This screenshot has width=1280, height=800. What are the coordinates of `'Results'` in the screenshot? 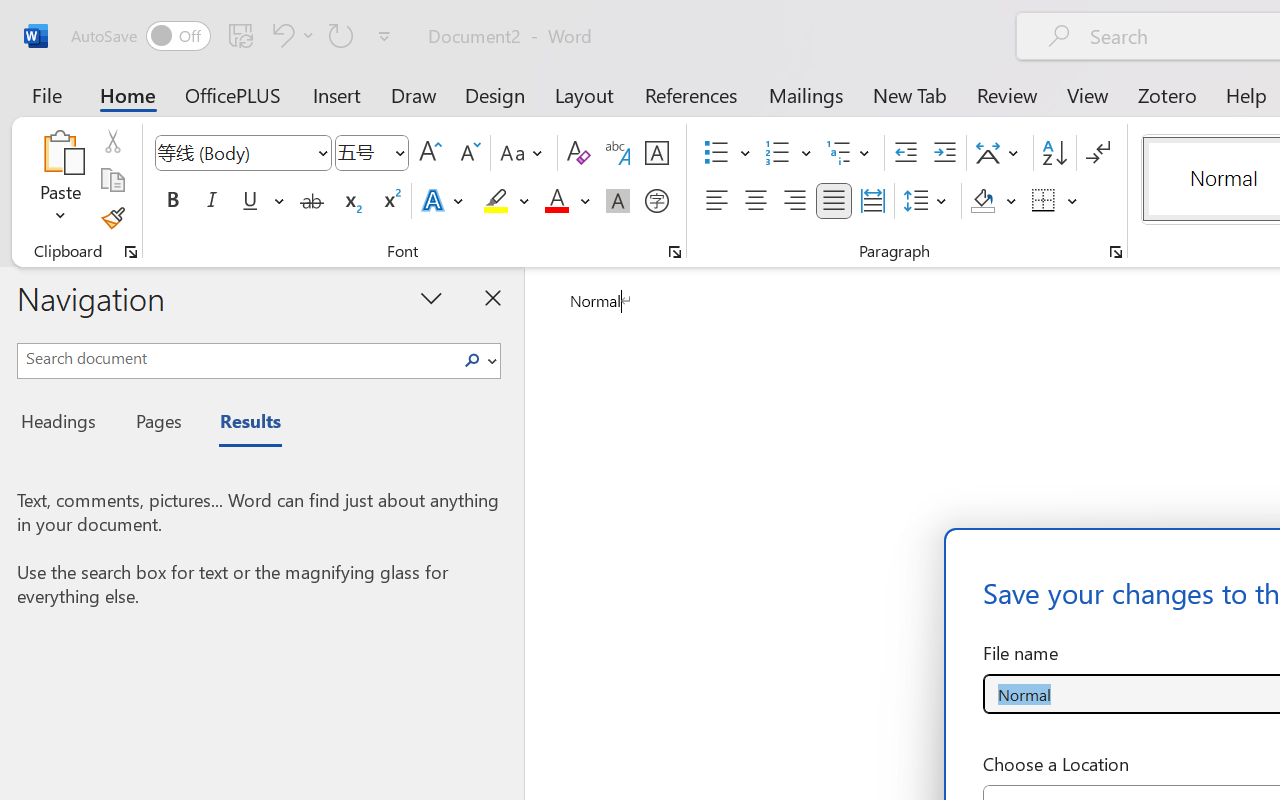 It's located at (240, 424).